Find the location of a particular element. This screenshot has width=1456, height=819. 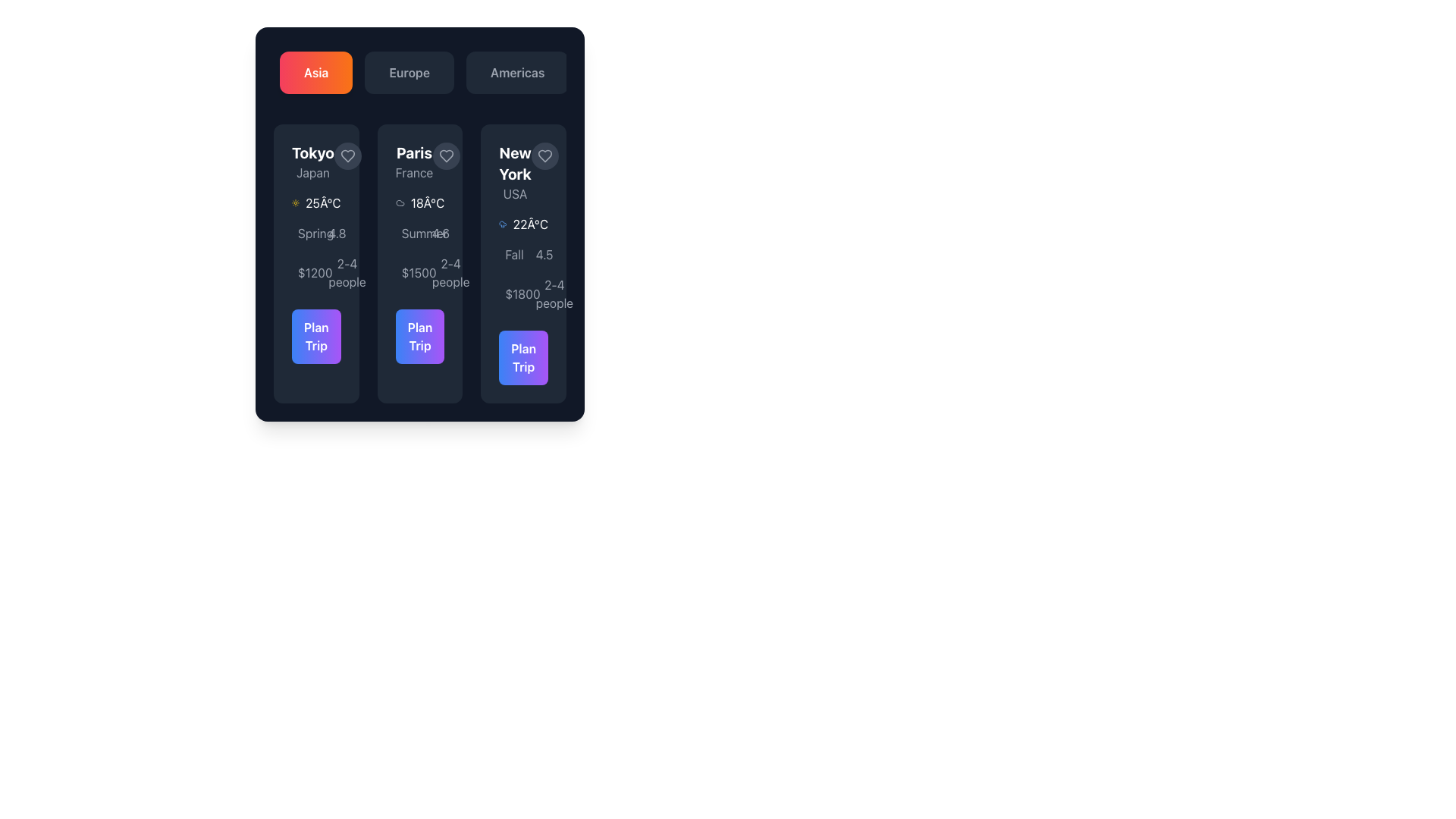

the text label indicating 'Tokyo, Japan', located in the first column of a grid layout, above weather and travel-related details is located at coordinates (312, 162).